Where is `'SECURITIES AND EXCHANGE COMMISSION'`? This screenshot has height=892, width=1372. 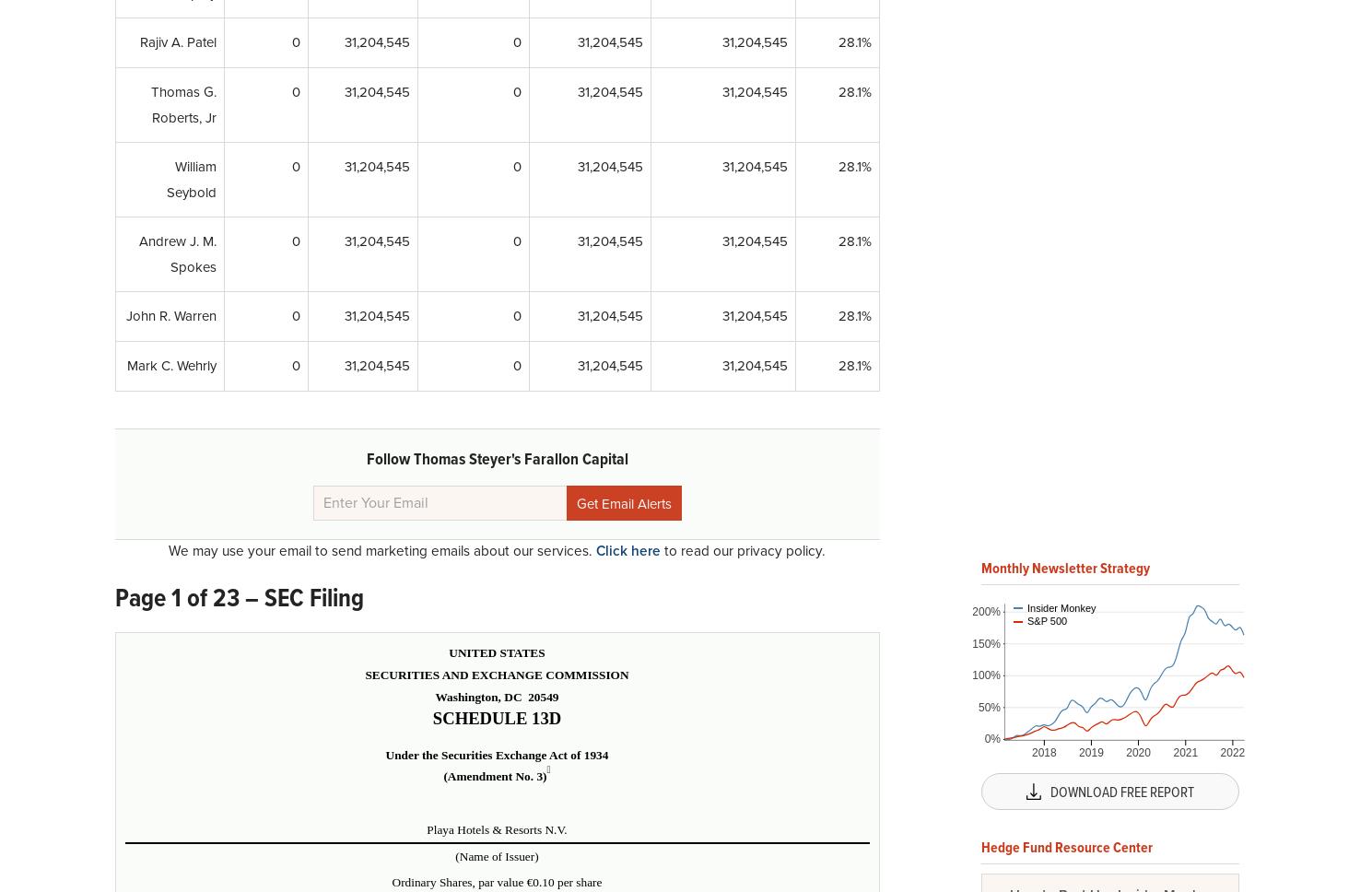 'SECURITIES AND EXCHANGE COMMISSION' is located at coordinates (497, 674).